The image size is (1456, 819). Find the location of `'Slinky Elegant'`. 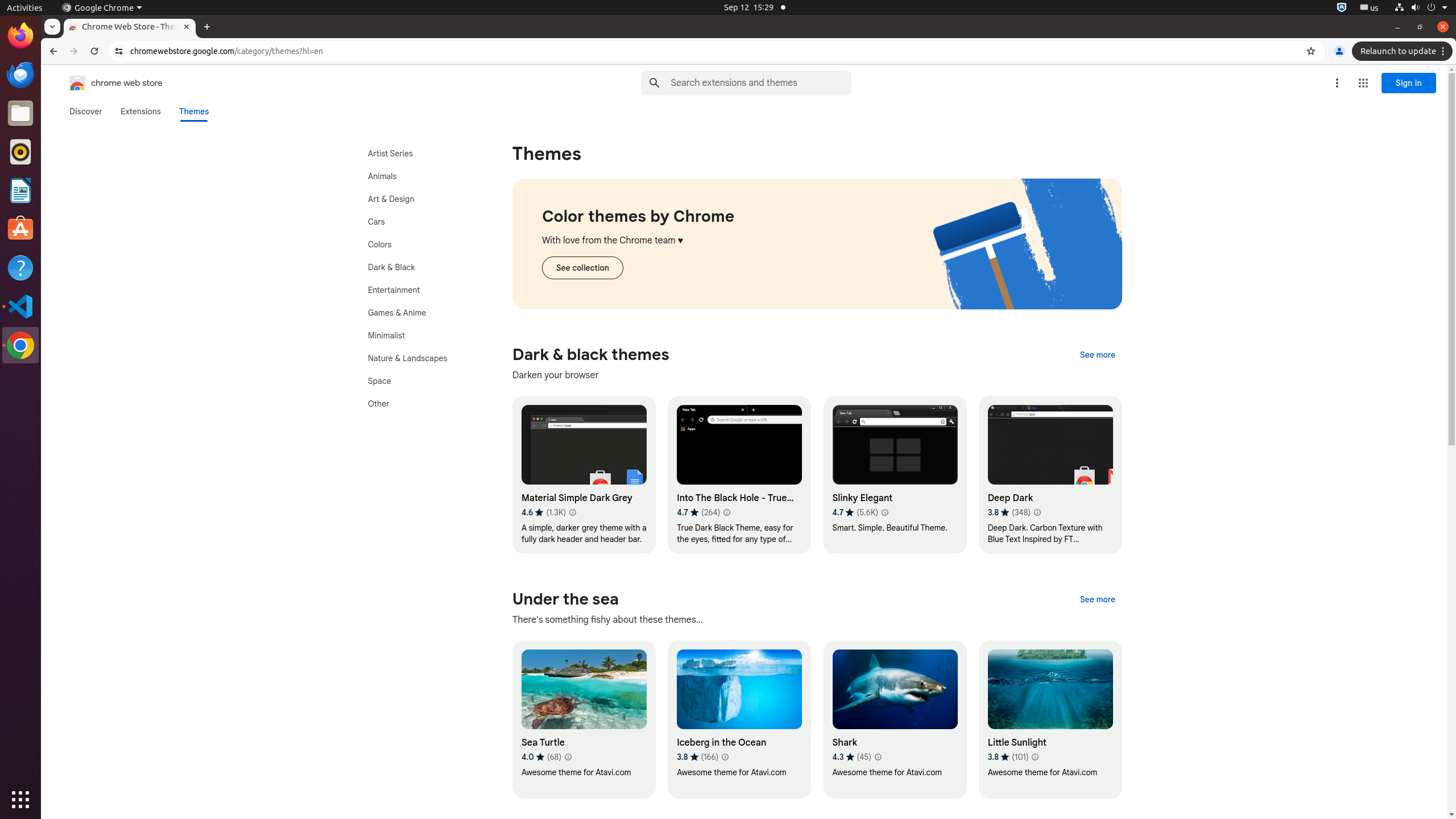

'Slinky Elegant' is located at coordinates (895, 474).